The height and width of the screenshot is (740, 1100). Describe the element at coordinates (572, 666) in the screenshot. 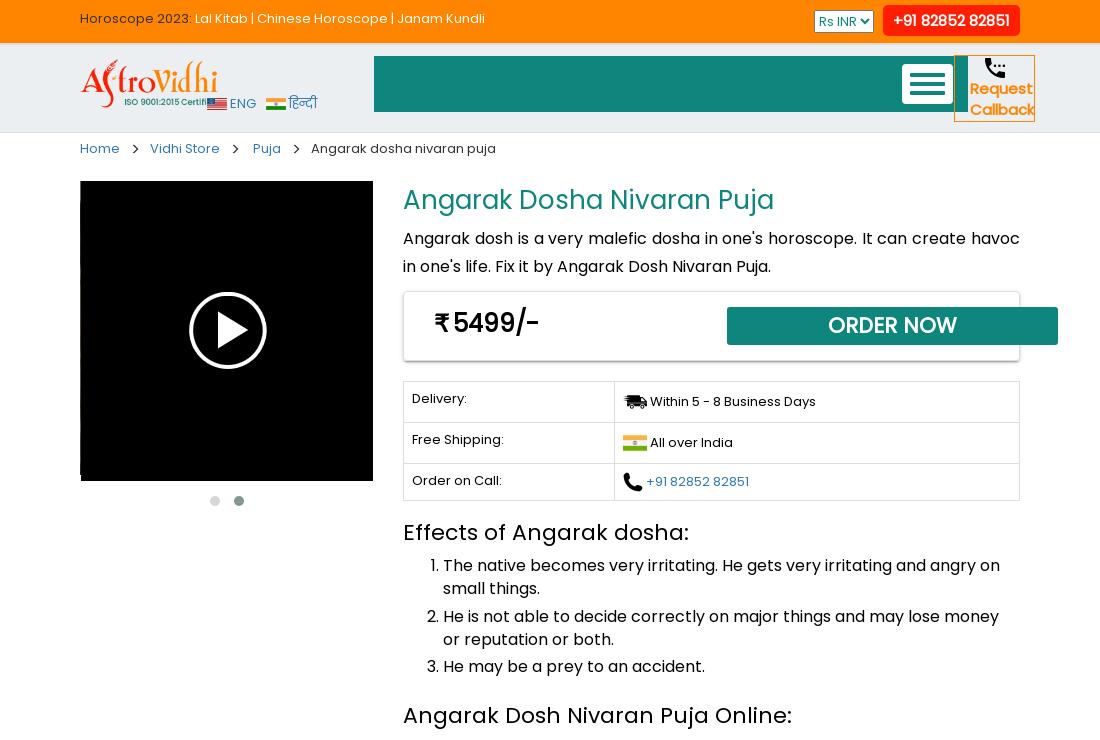

I see `'He may be a prey to an accident.'` at that location.